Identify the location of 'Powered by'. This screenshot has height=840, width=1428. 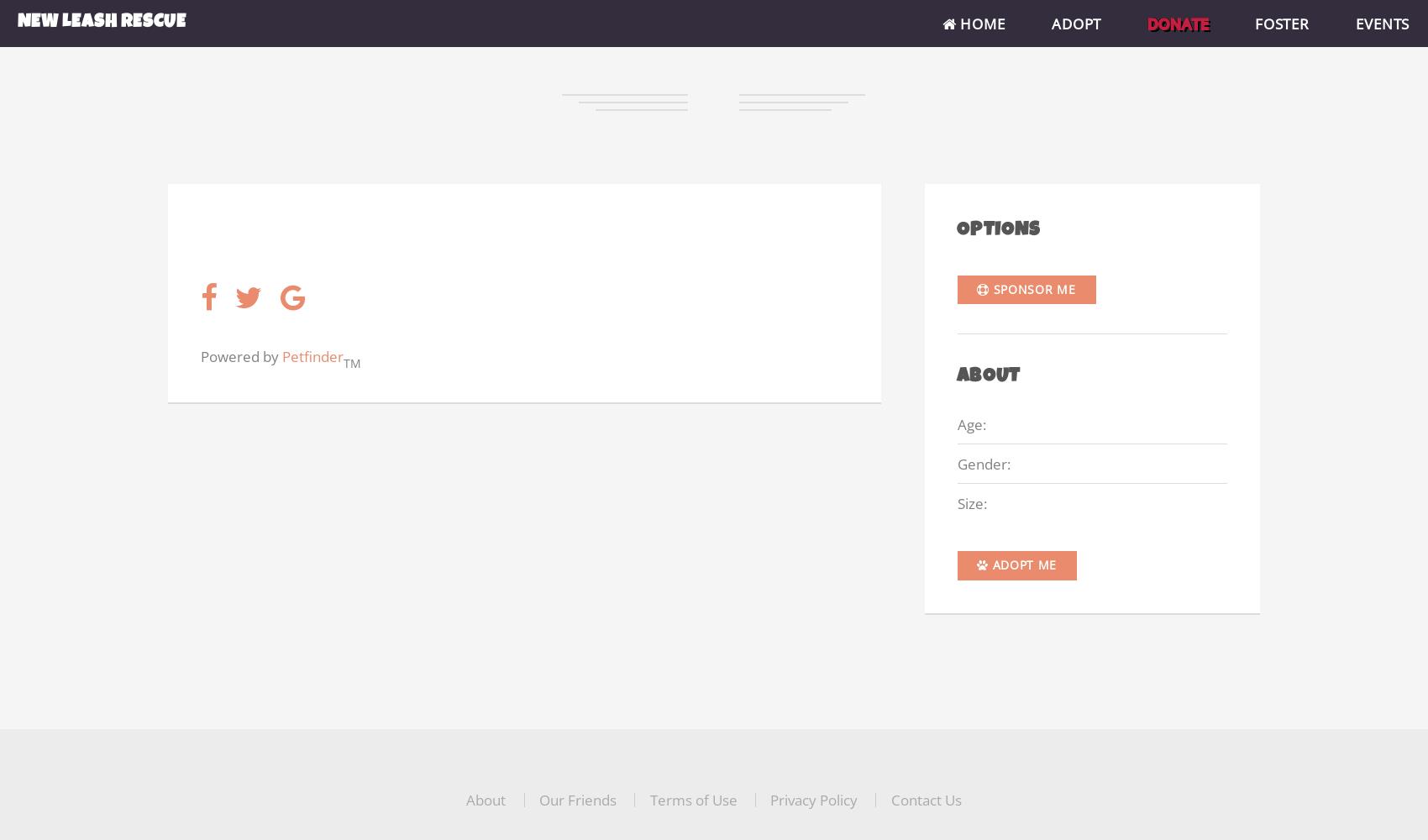
(201, 355).